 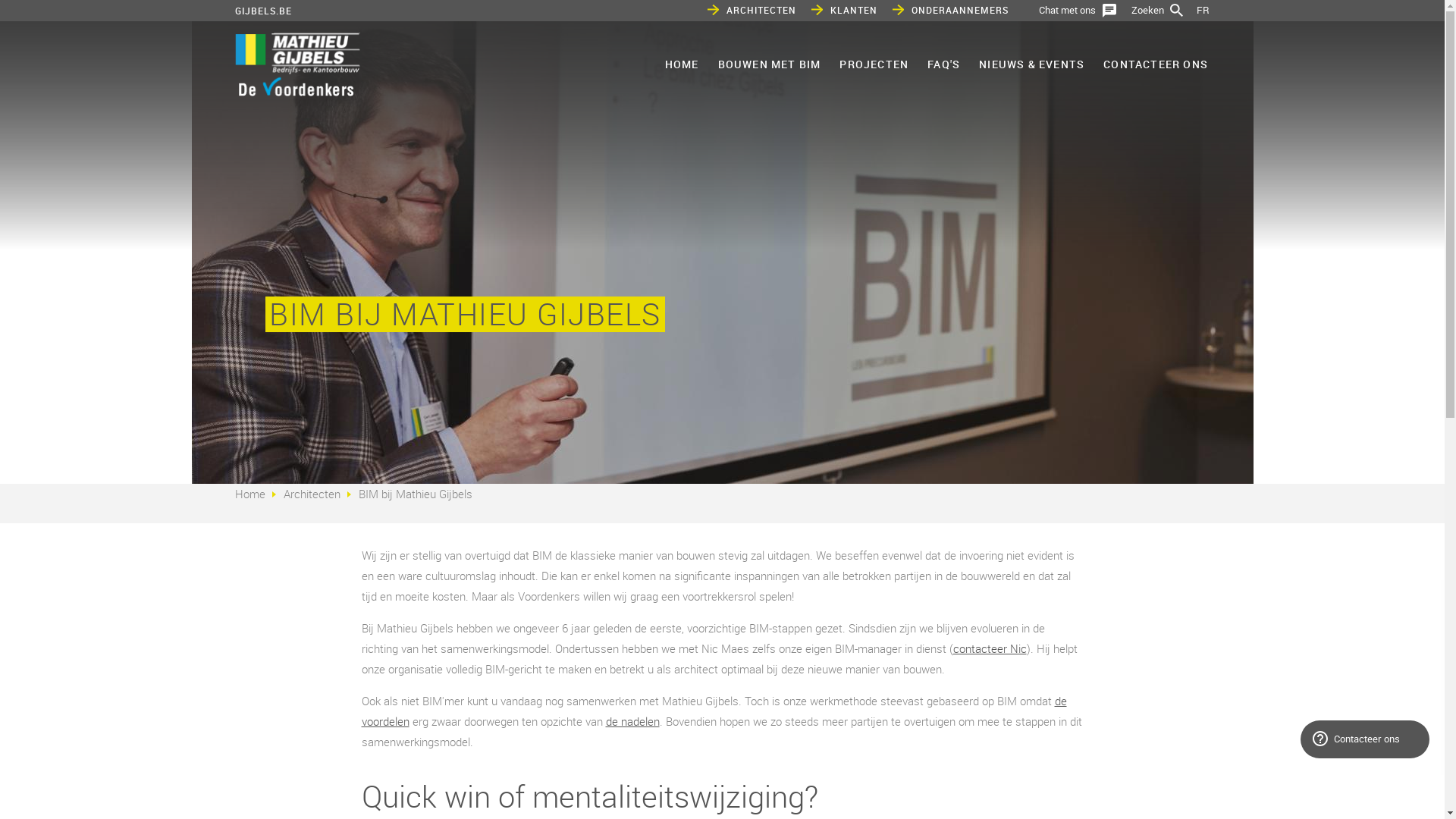 What do you see at coordinates (768, 63) in the screenshot?
I see `'BOUWEN MET BIM'` at bounding box center [768, 63].